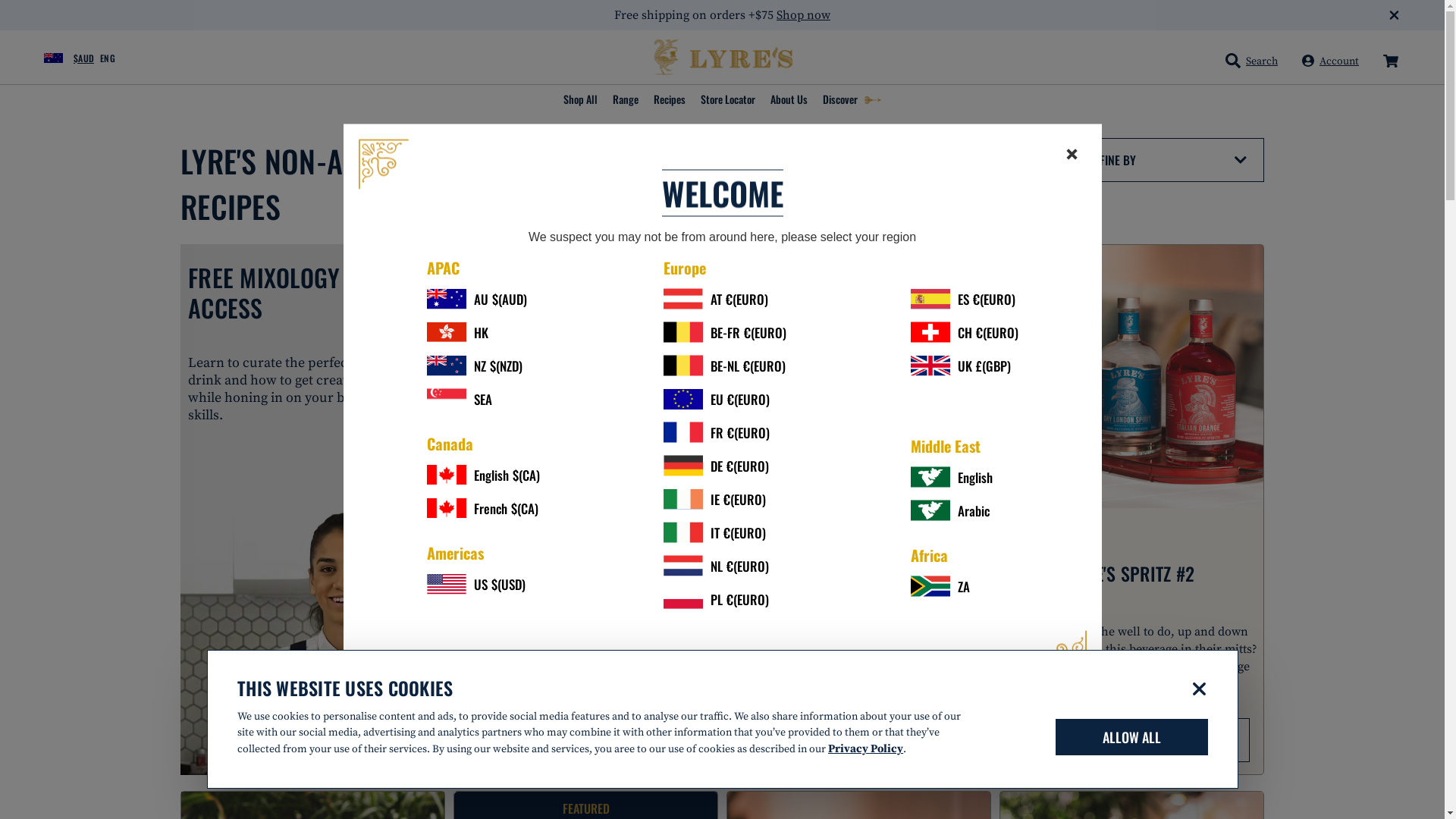 This screenshot has height=819, width=1456. What do you see at coordinates (763, 99) in the screenshot?
I see `'About Us'` at bounding box center [763, 99].